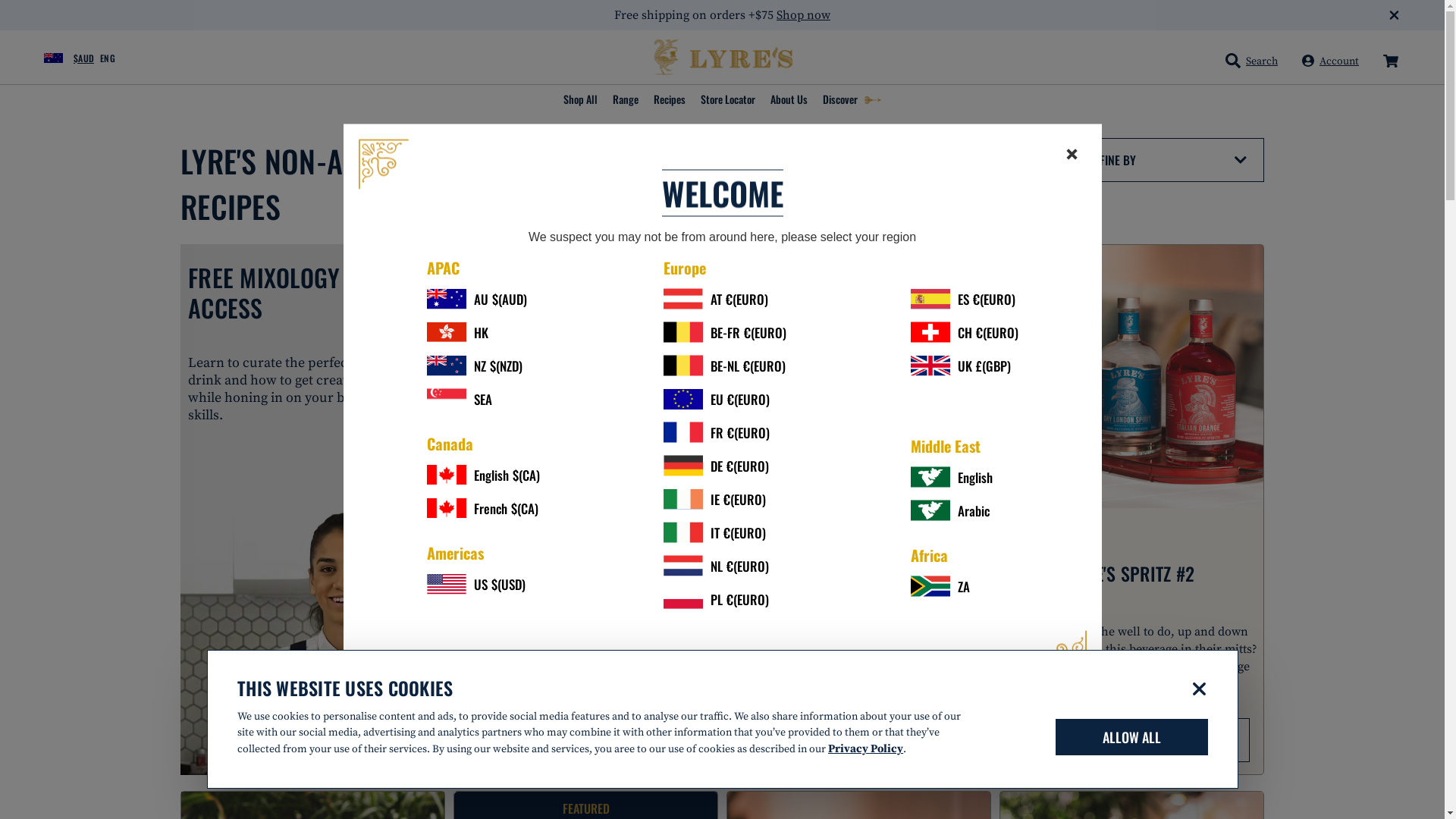 This screenshot has height=819, width=1456. What do you see at coordinates (763, 99) in the screenshot?
I see `'About Us'` at bounding box center [763, 99].